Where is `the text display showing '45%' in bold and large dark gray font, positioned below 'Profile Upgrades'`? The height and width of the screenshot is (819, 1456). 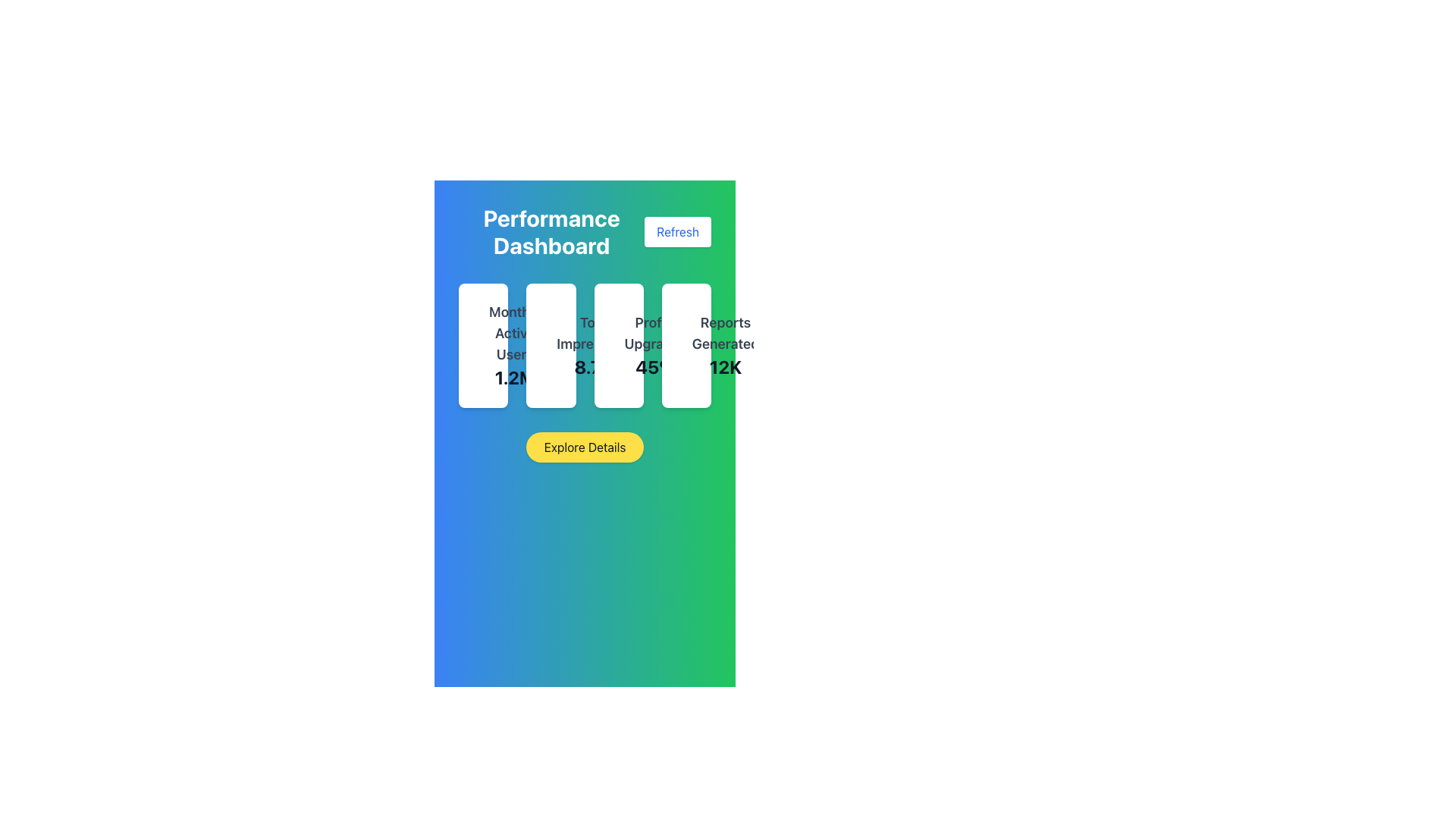
the text display showing '45%' in bold and large dark gray font, positioned below 'Profile Upgrades' is located at coordinates (655, 366).